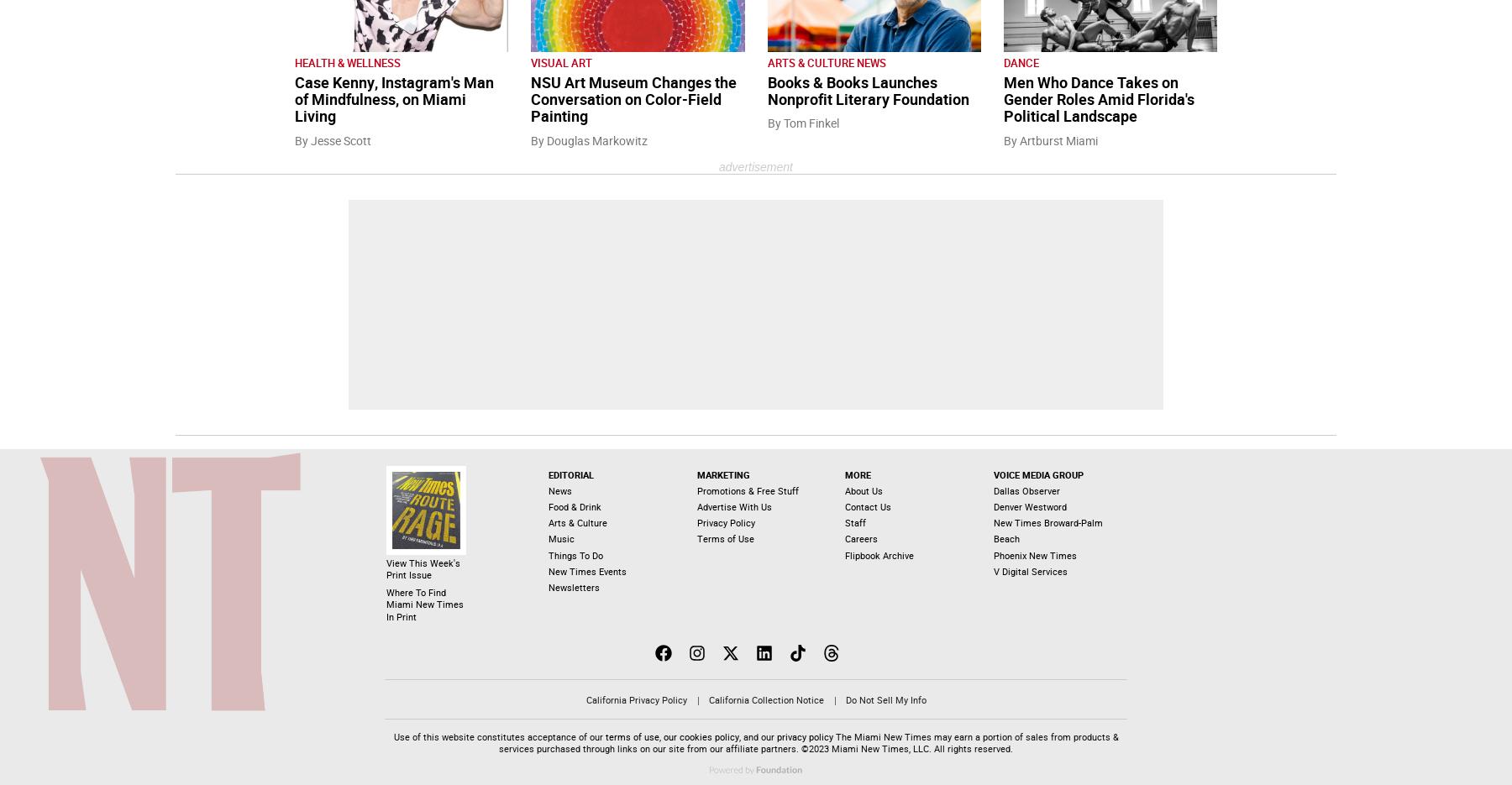 The height and width of the screenshot is (785, 1512). What do you see at coordinates (393, 99) in the screenshot?
I see `'Case Kenny, Instagram's Man of Mindfulness, on Miami Living'` at bounding box center [393, 99].